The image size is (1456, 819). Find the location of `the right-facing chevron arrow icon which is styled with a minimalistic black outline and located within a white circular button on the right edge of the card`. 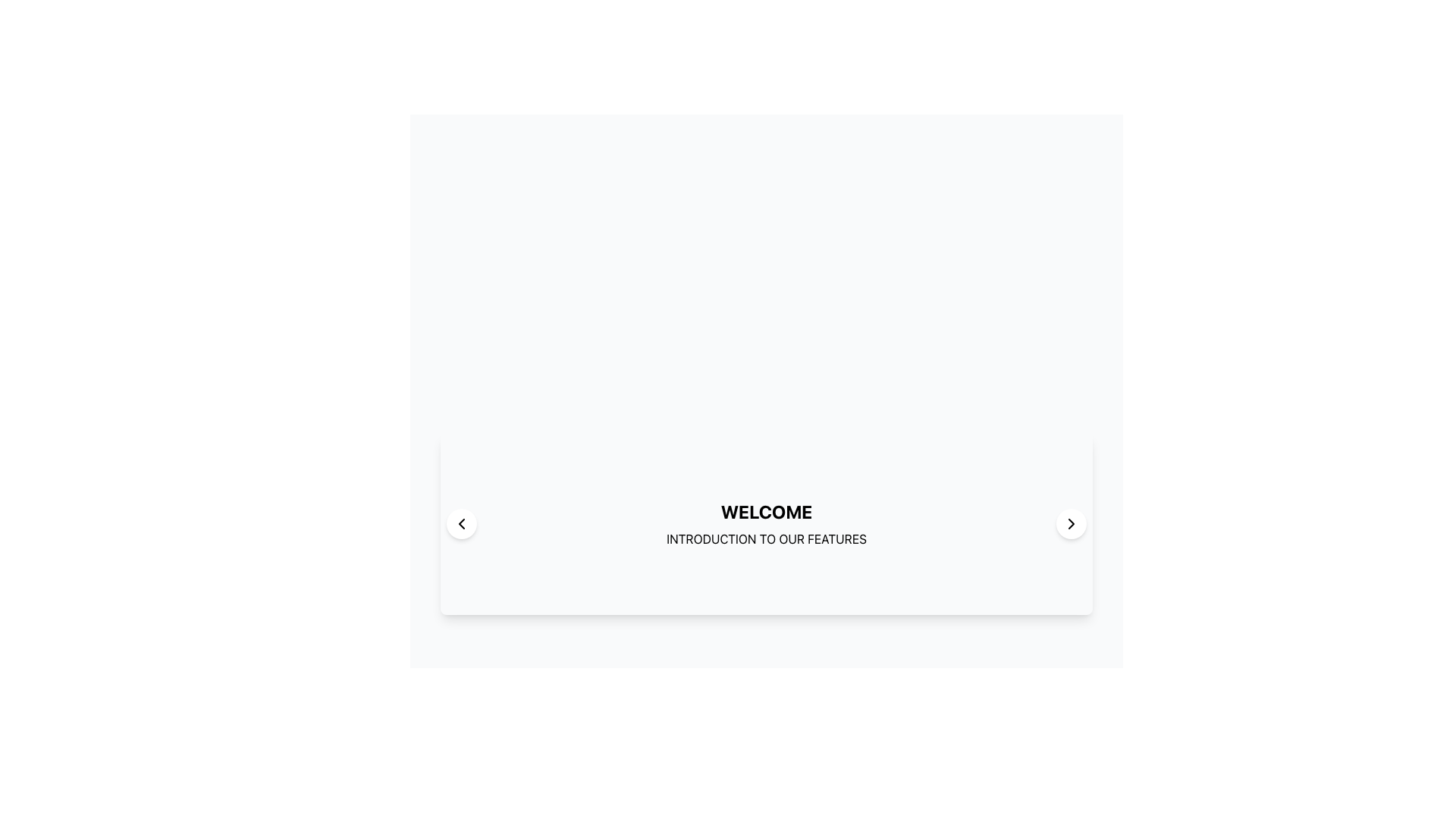

the right-facing chevron arrow icon which is styled with a minimalistic black outline and located within a white circular button on the right edge of the card is located at coordinates (1070, 522).